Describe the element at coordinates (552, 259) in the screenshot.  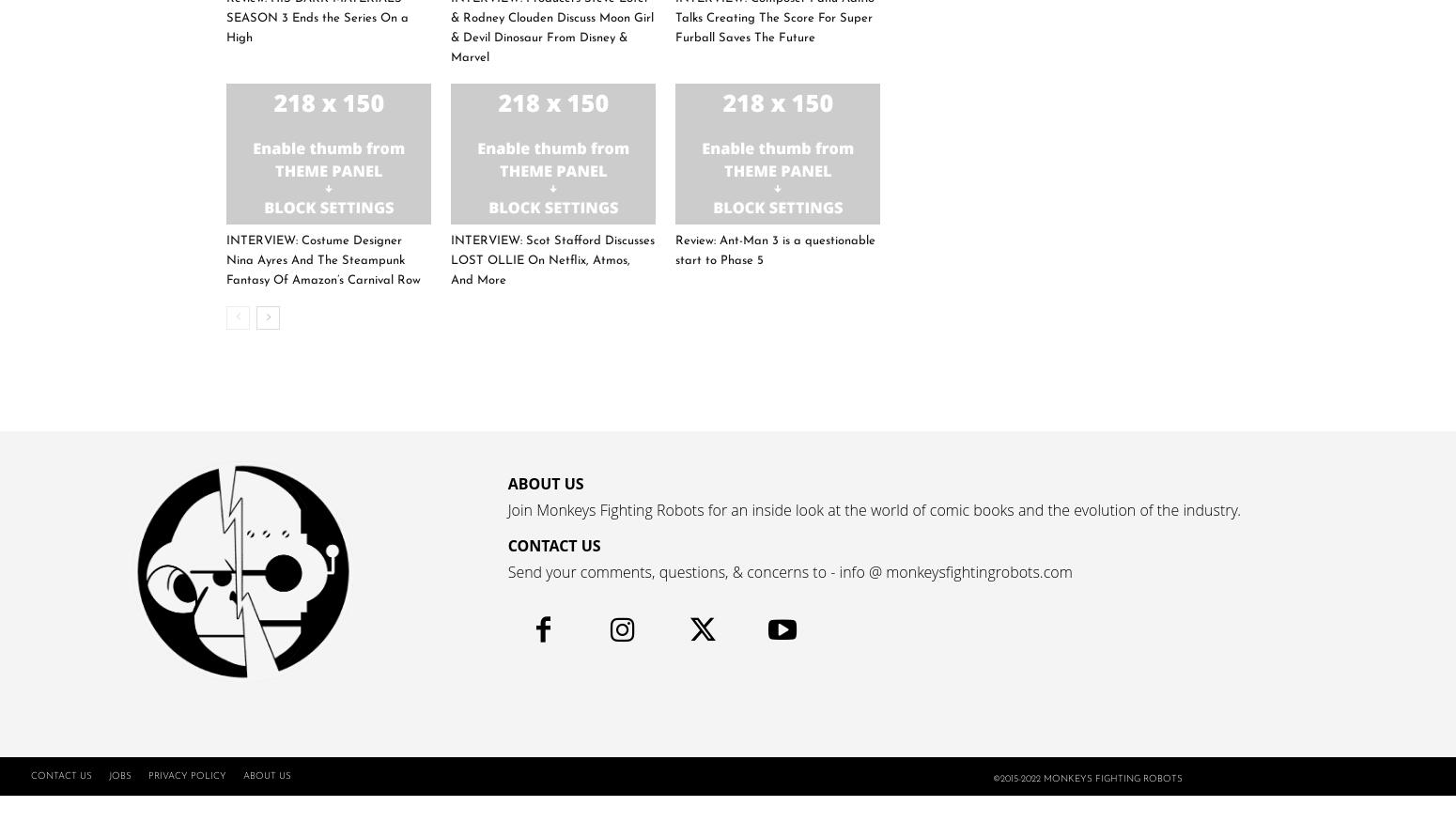
I see `'INTERVIEW: Scot Stafford Discusses LOST OLLIE On Netflix, Atmos, And More'` at that location.